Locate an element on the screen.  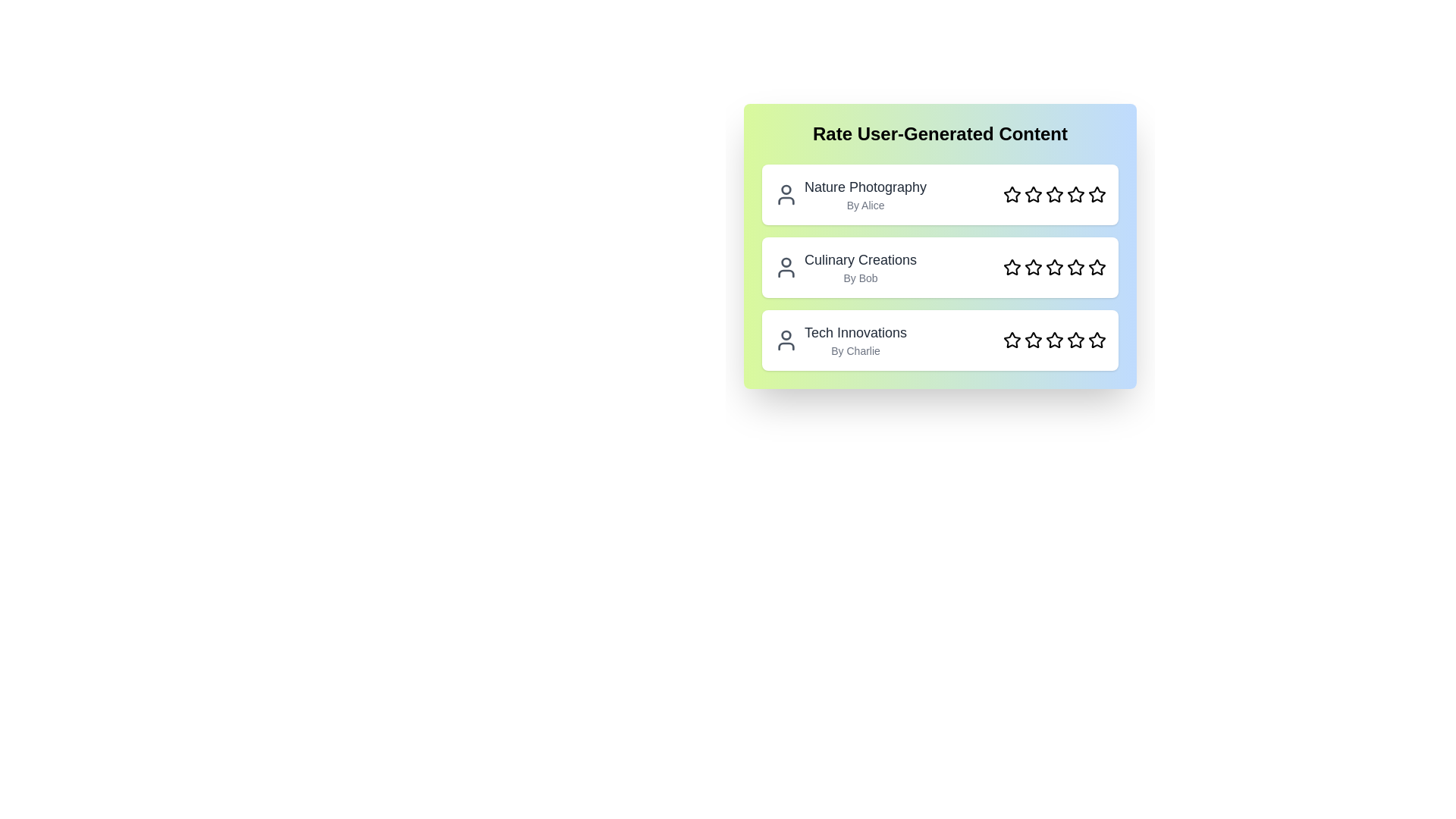
the star corresponding to the rating 1 for the content Culinary Creations is located at coordinates (1012, 267).